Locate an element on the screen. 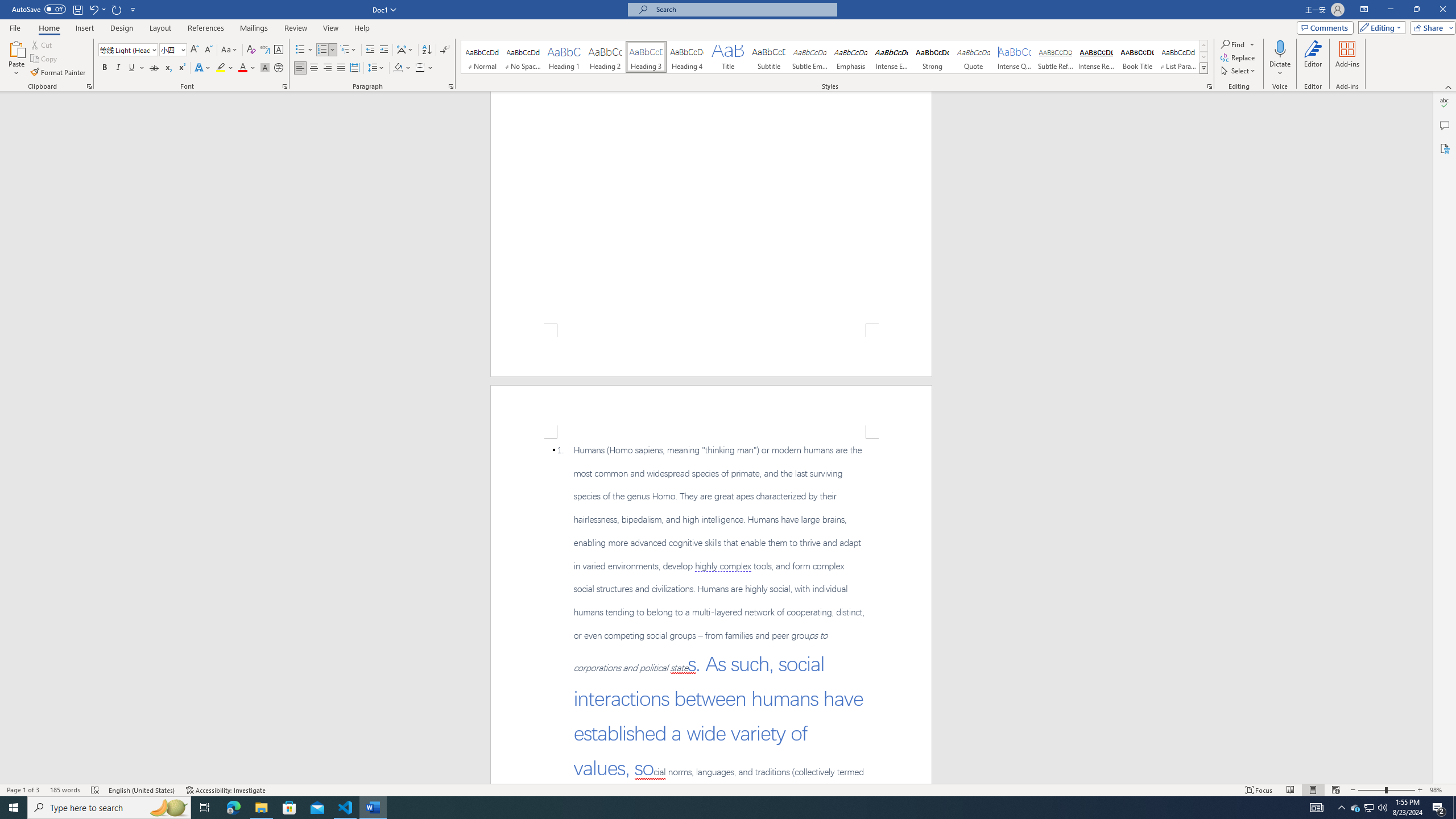 Image resolution: width=1456 pixels, height=819 pixels. 'Book Title' is located at coordinates (1136, 56).